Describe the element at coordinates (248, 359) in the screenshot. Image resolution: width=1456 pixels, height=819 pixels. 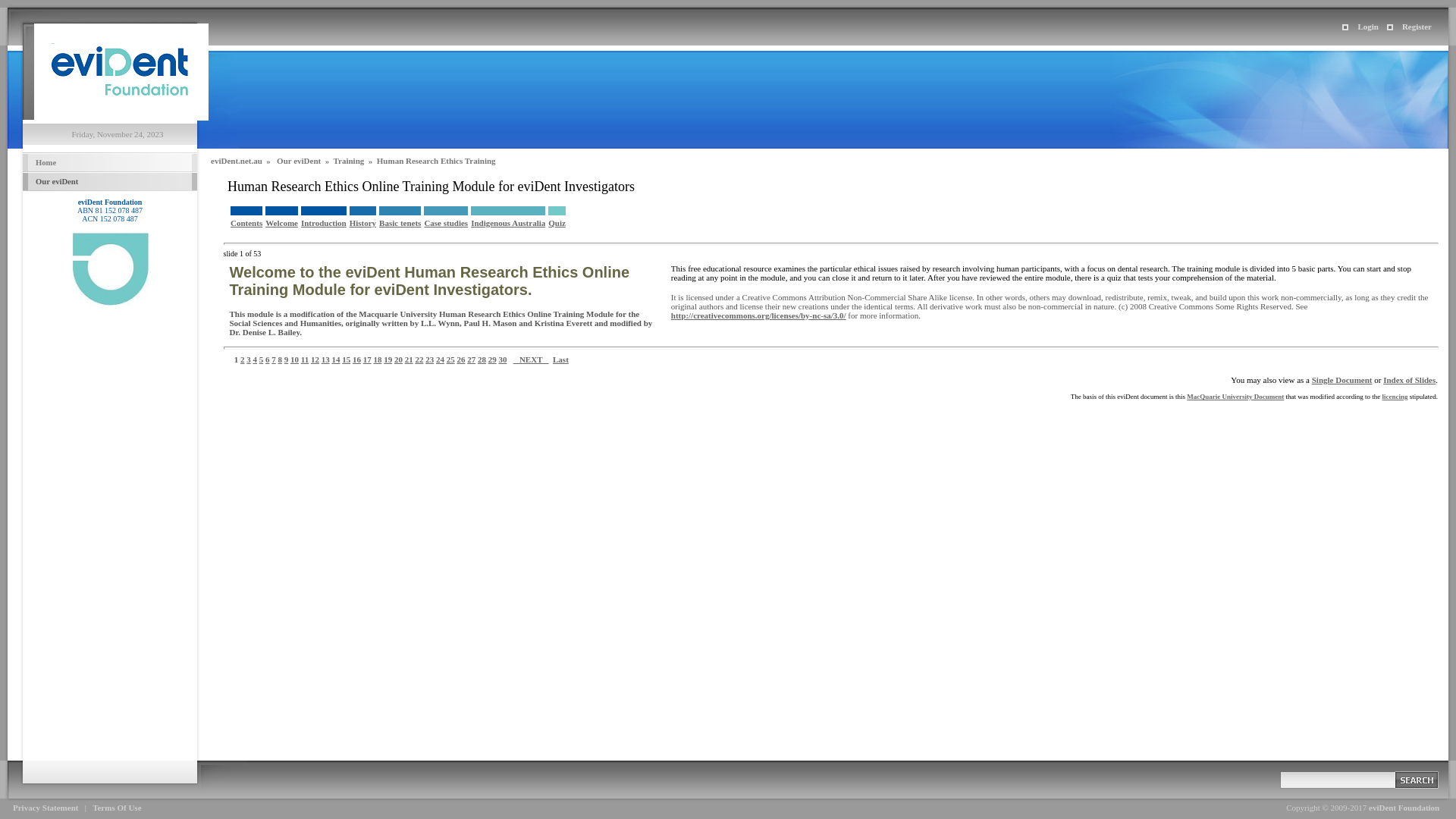
I see `'3'` at that location.